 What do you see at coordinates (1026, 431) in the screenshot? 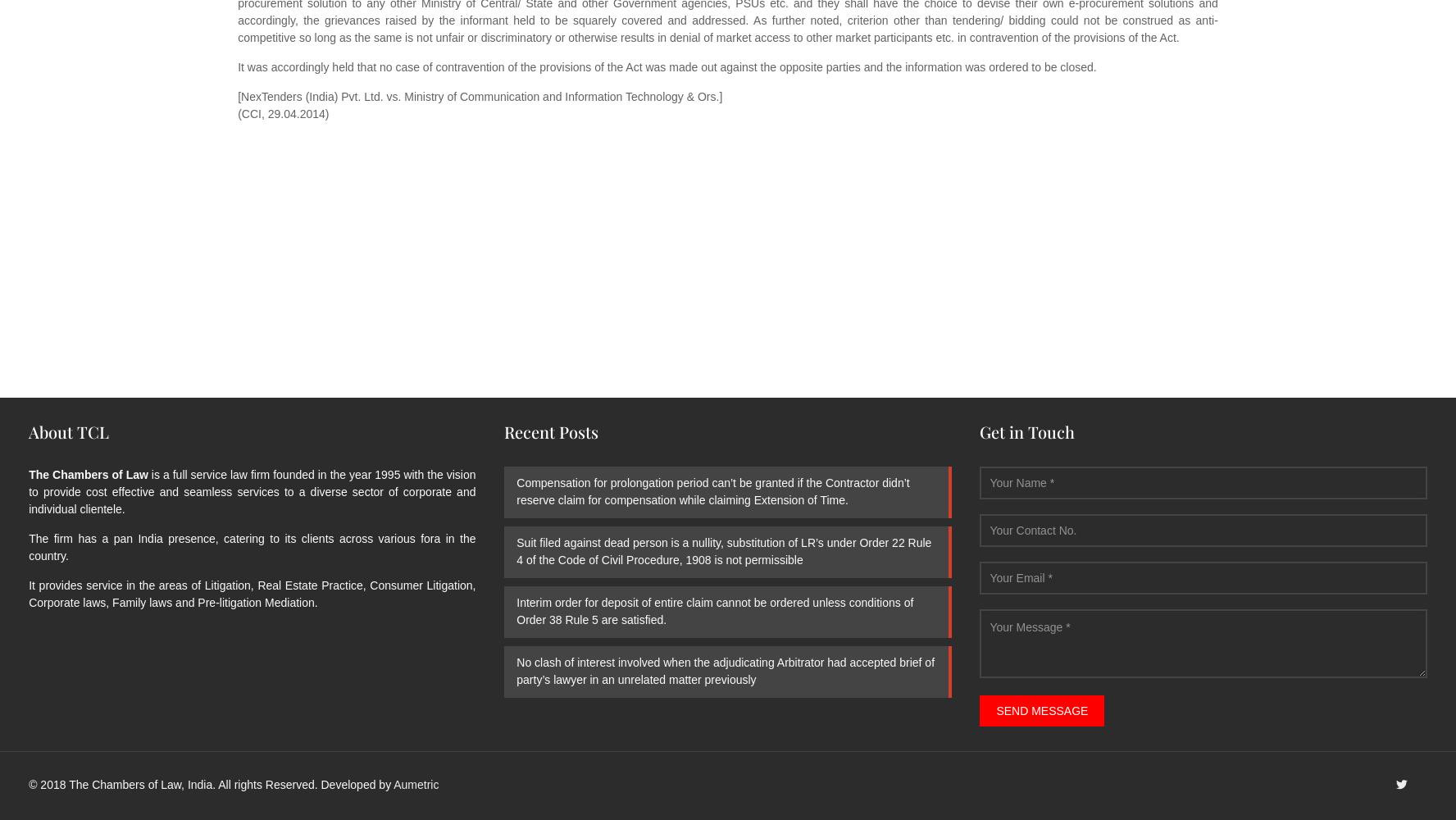
I see `'Get in Touch'` at bounding box center [1026, 431].